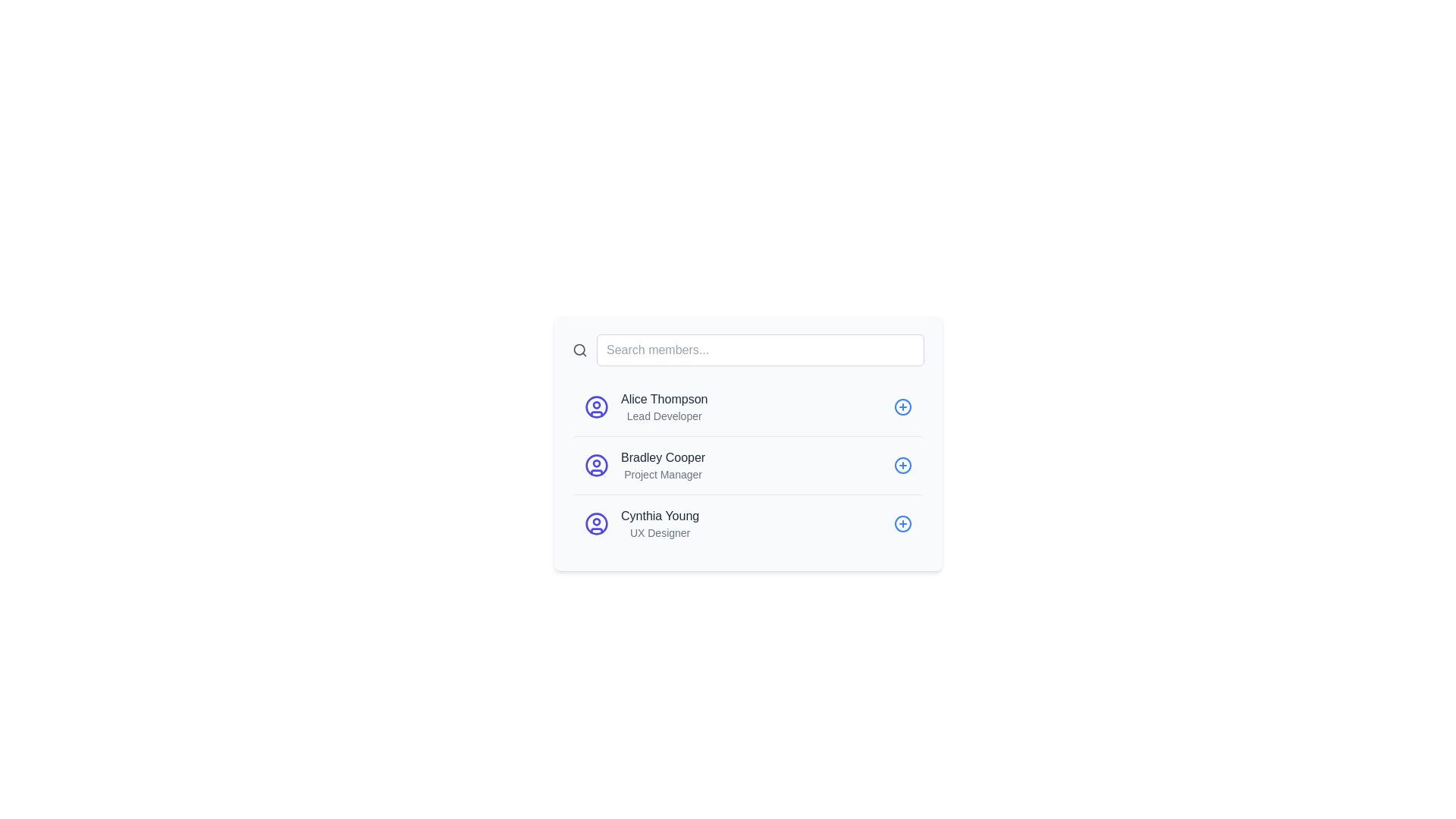  Describe the element at coordinates (664, 406) in the screenshot. I see `the first entry` at that location.